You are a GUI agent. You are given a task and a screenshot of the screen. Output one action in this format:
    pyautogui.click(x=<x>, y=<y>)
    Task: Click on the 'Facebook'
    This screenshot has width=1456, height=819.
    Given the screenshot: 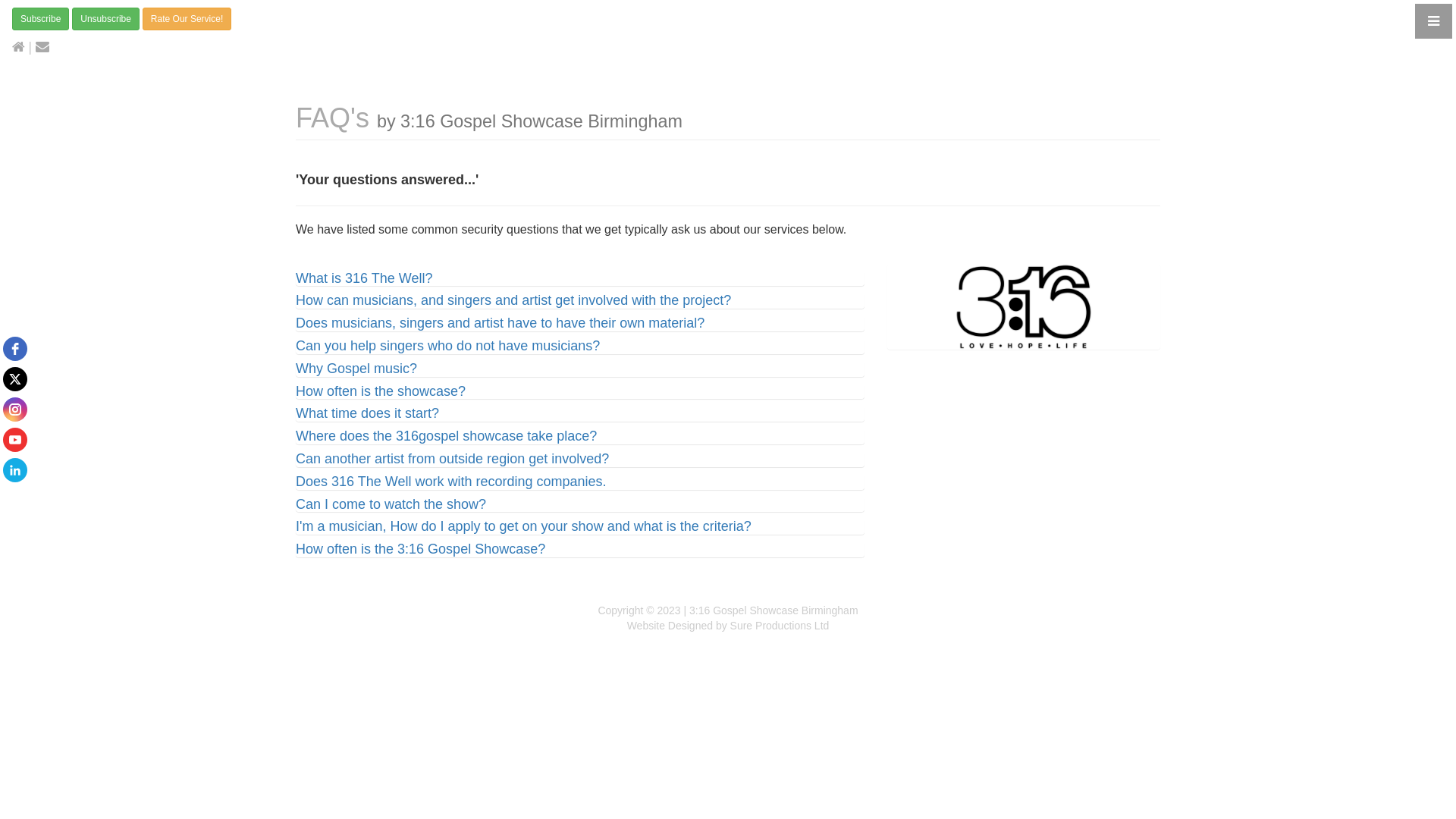 What is the action you would take?
    pyautogui.click(x=14, y=348)
    